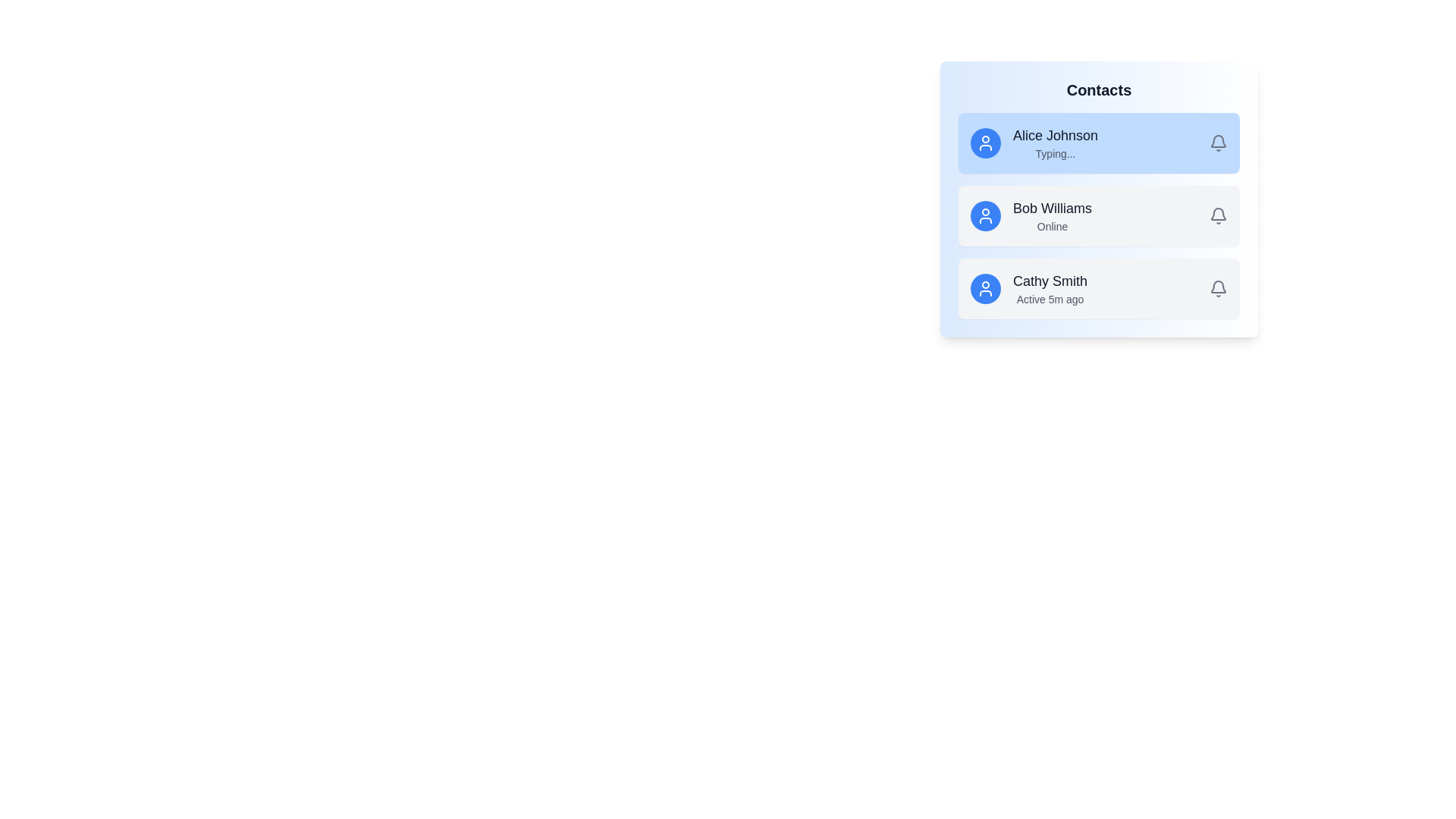 The width and height of the screenshot is (1456, 819). What do you see at coordinates (1051, 227) in the screenshot?
I see `the text label displaying 'Online' located below the name 'Bob Williams' in the contact entry` at bounding box center [1051, 227].